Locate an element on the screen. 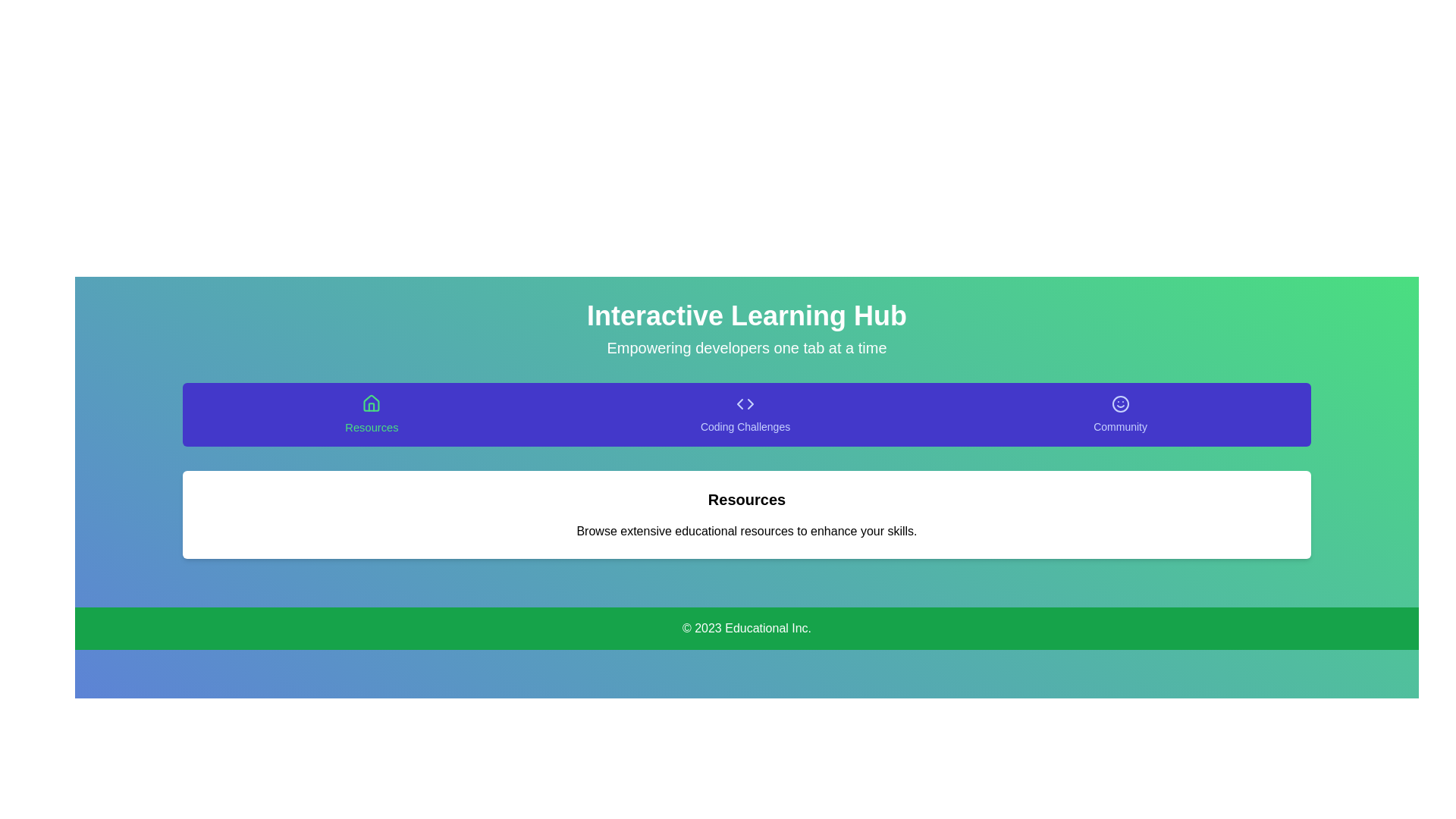  the Resources tab to activate its content is located at coordinates (372, 415).